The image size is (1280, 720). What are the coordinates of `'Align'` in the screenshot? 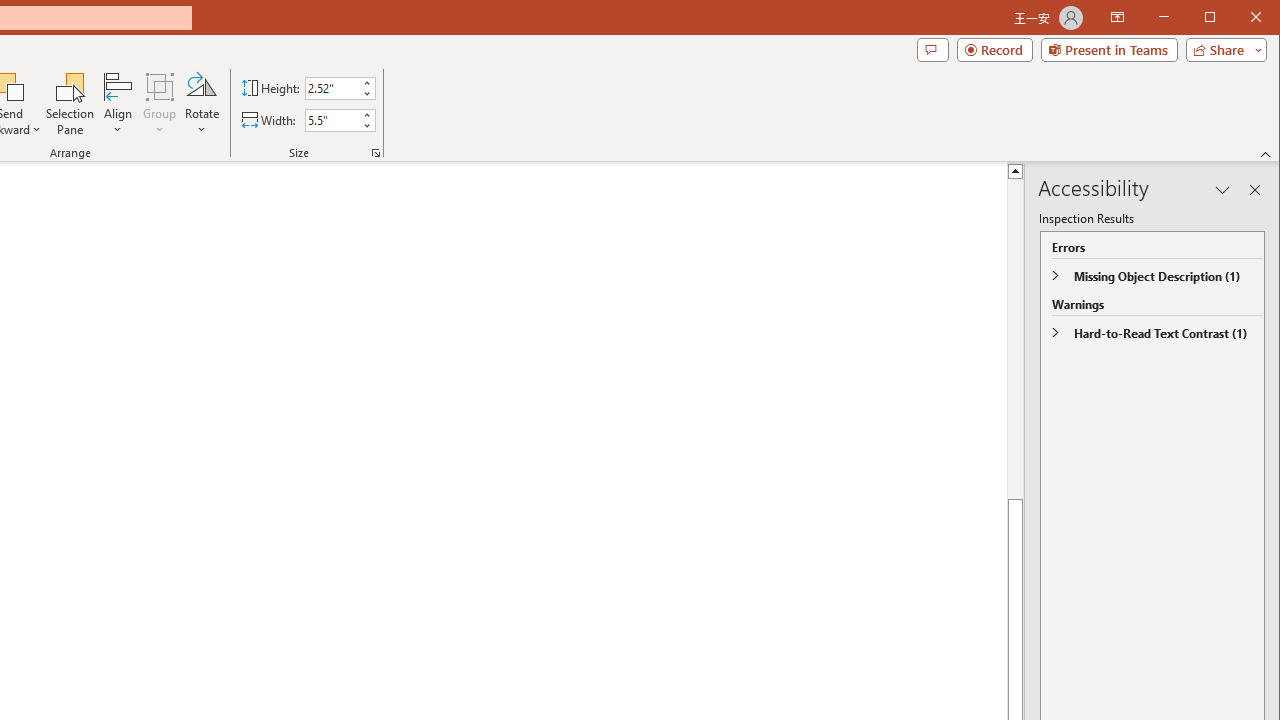 It's located at (117, 104).